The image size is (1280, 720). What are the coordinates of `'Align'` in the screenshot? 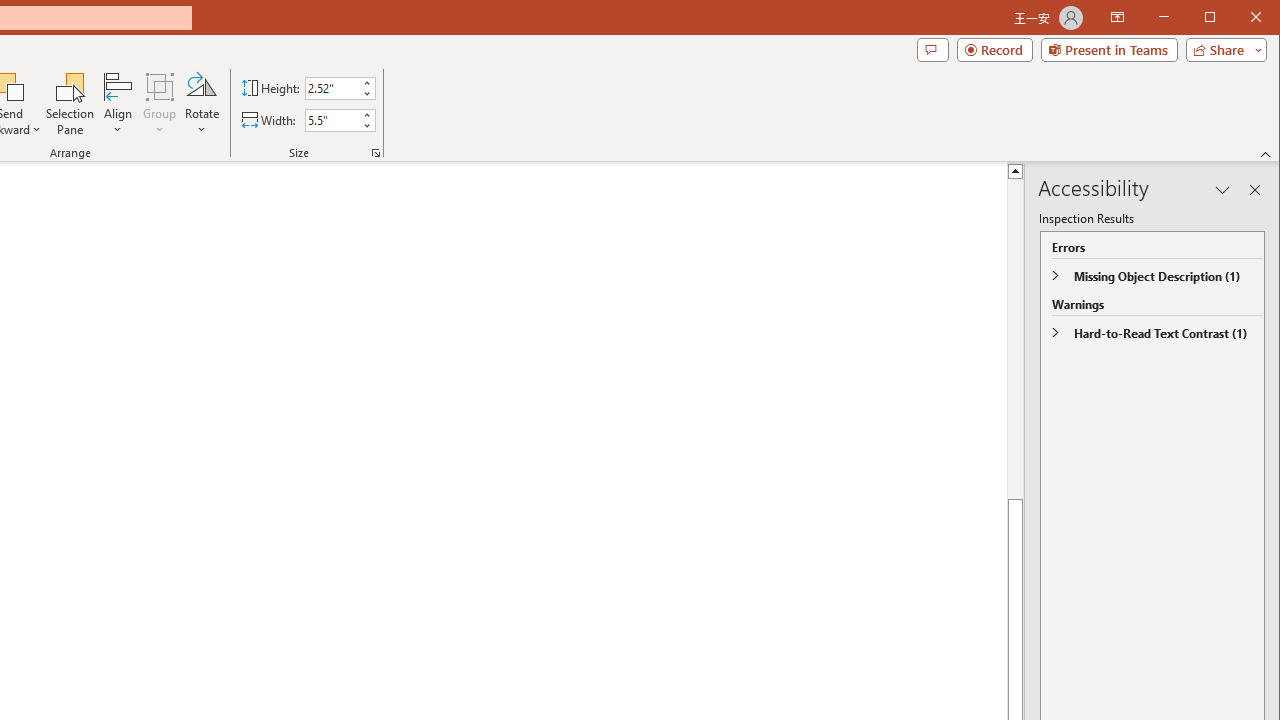 It's located at (117, 104).